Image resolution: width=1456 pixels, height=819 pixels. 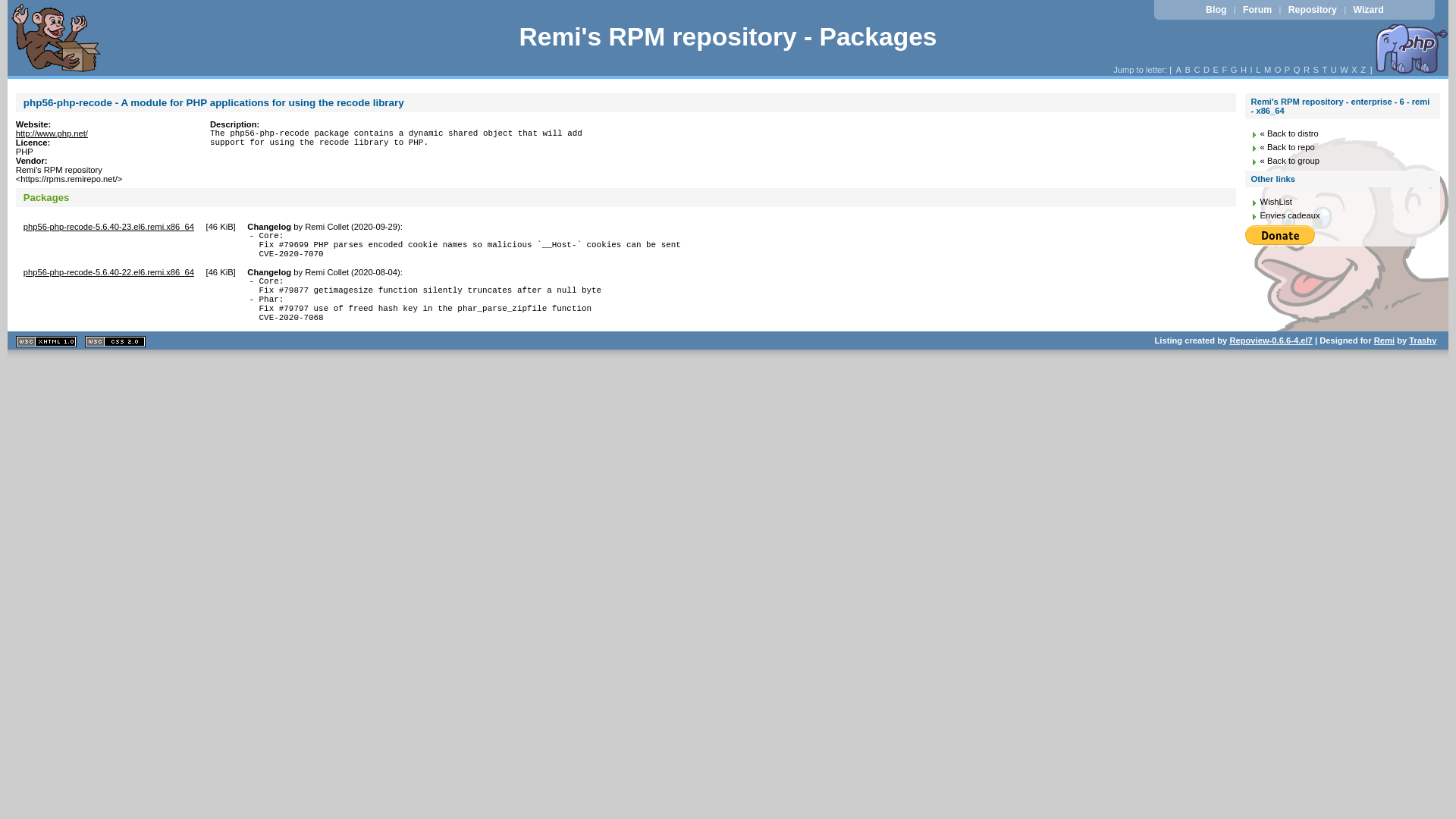 What do you see at coordinates (1358, 70) in the screenshot?
I see `'Z'` at bounding box center [1358, 70].